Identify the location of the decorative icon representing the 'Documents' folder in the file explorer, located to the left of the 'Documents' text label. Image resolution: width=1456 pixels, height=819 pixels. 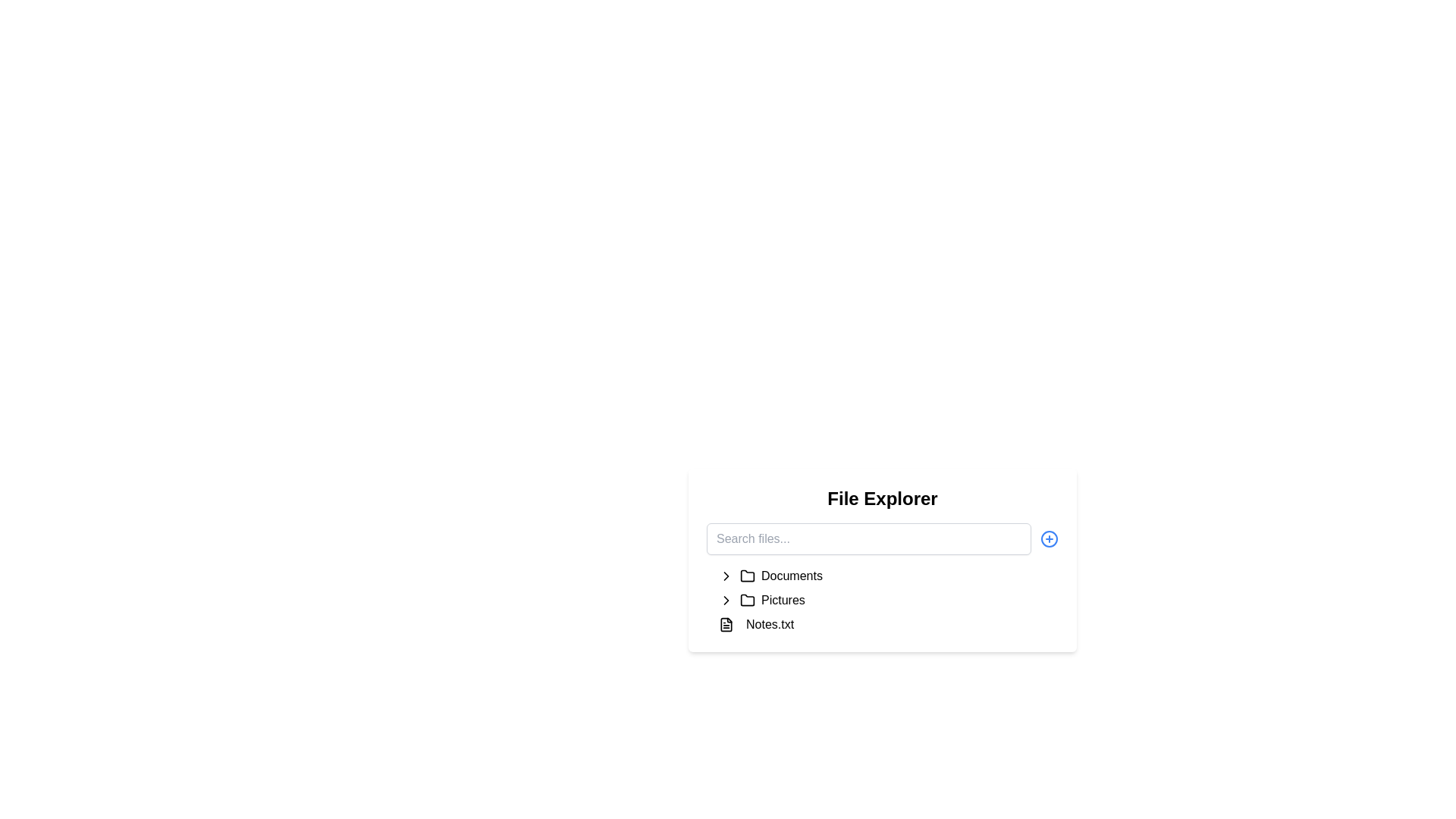
(747, 576).